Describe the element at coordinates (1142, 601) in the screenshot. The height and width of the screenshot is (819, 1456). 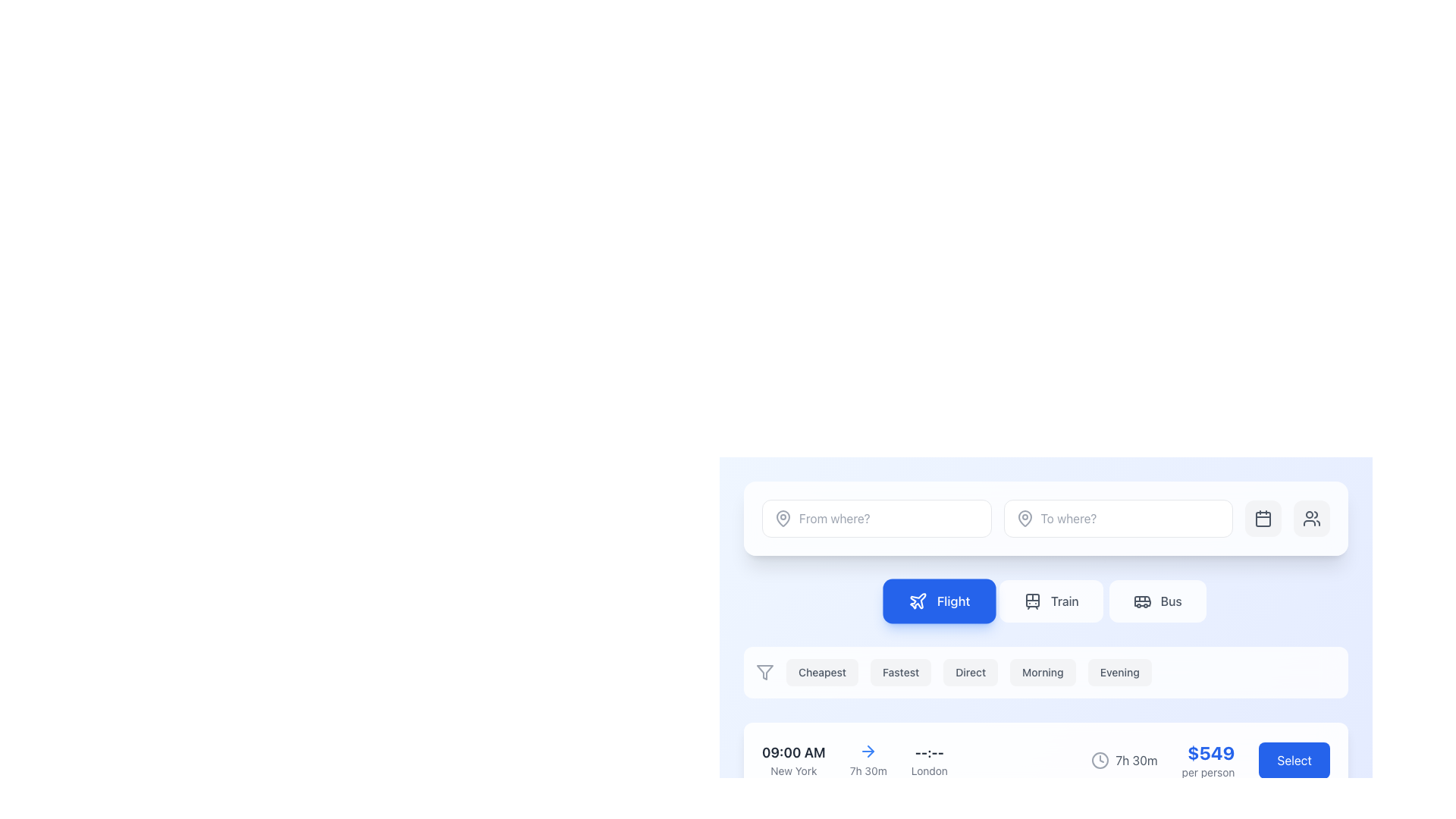
I see `the decorative SVG icon representing 'Bus' located within the transportation selection button, positioned to the right of the 'Train' button and below the 'To where?' text field` at that location.